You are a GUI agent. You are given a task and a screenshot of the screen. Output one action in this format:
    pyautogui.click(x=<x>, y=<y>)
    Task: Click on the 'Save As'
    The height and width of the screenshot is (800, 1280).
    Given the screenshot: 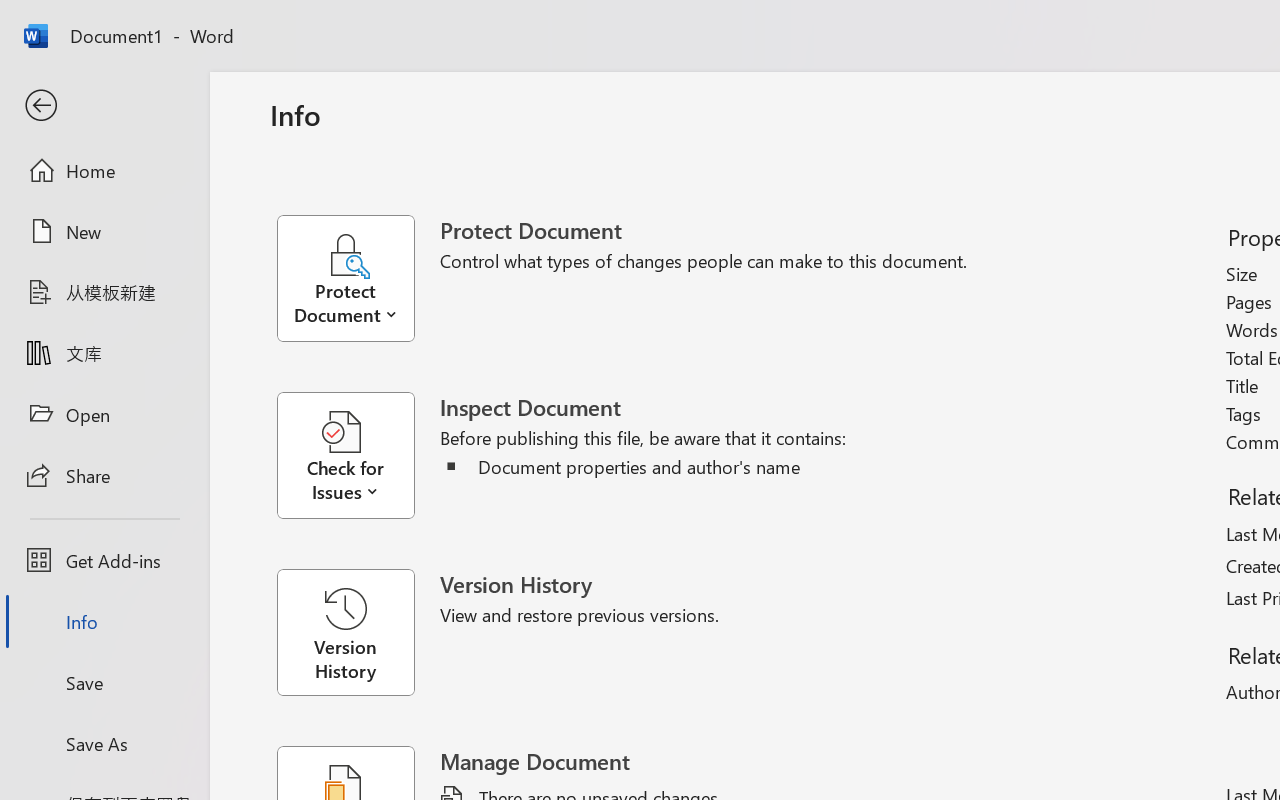 What is the action you would take?
    pyautogui.click(x=103, y=743)
    